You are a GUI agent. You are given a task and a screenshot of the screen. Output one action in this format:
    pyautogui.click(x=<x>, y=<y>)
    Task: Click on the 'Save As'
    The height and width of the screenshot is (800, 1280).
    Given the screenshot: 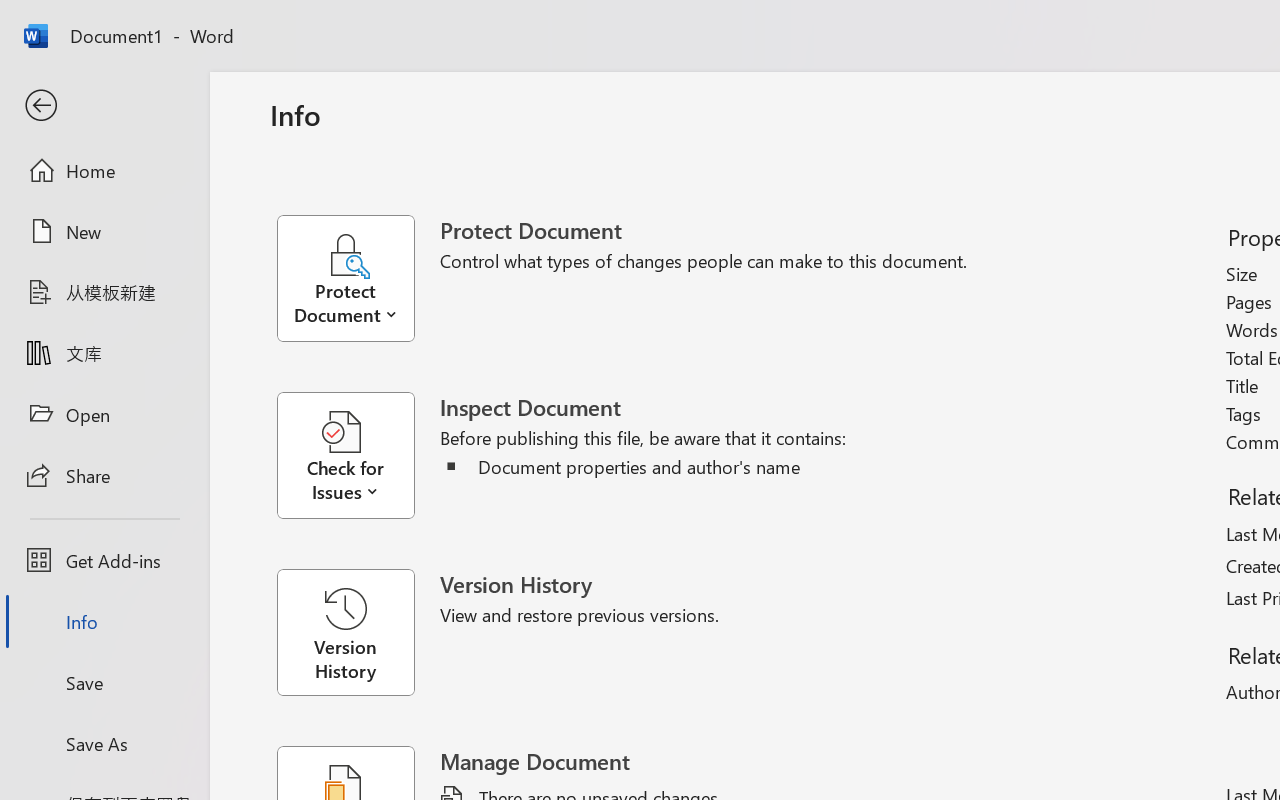 What is the action you would take?
    pyautogui.click(x=103, y=743)
    